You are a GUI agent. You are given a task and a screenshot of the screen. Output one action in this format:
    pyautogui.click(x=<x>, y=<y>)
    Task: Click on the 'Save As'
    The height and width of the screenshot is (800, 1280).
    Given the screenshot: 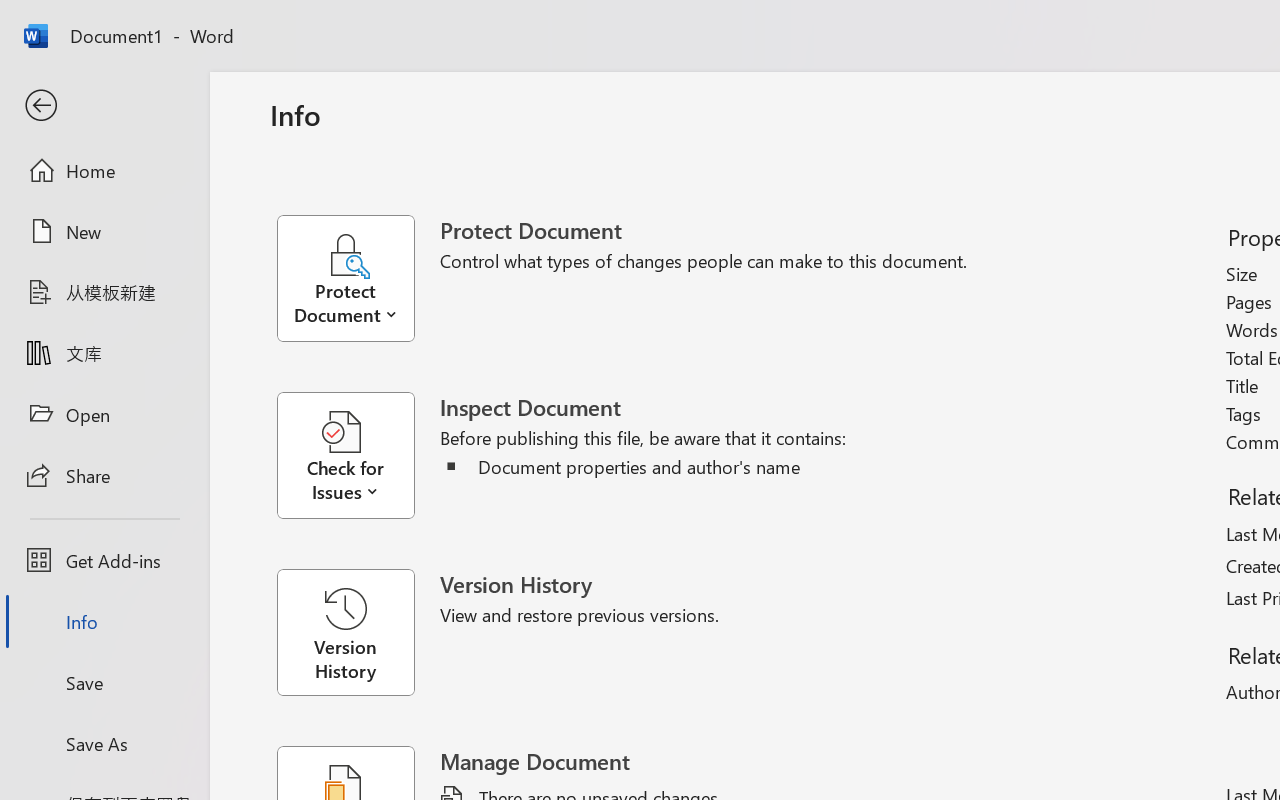 What is the action you would take?
    pyautogui.click(x=103, y=743)
    